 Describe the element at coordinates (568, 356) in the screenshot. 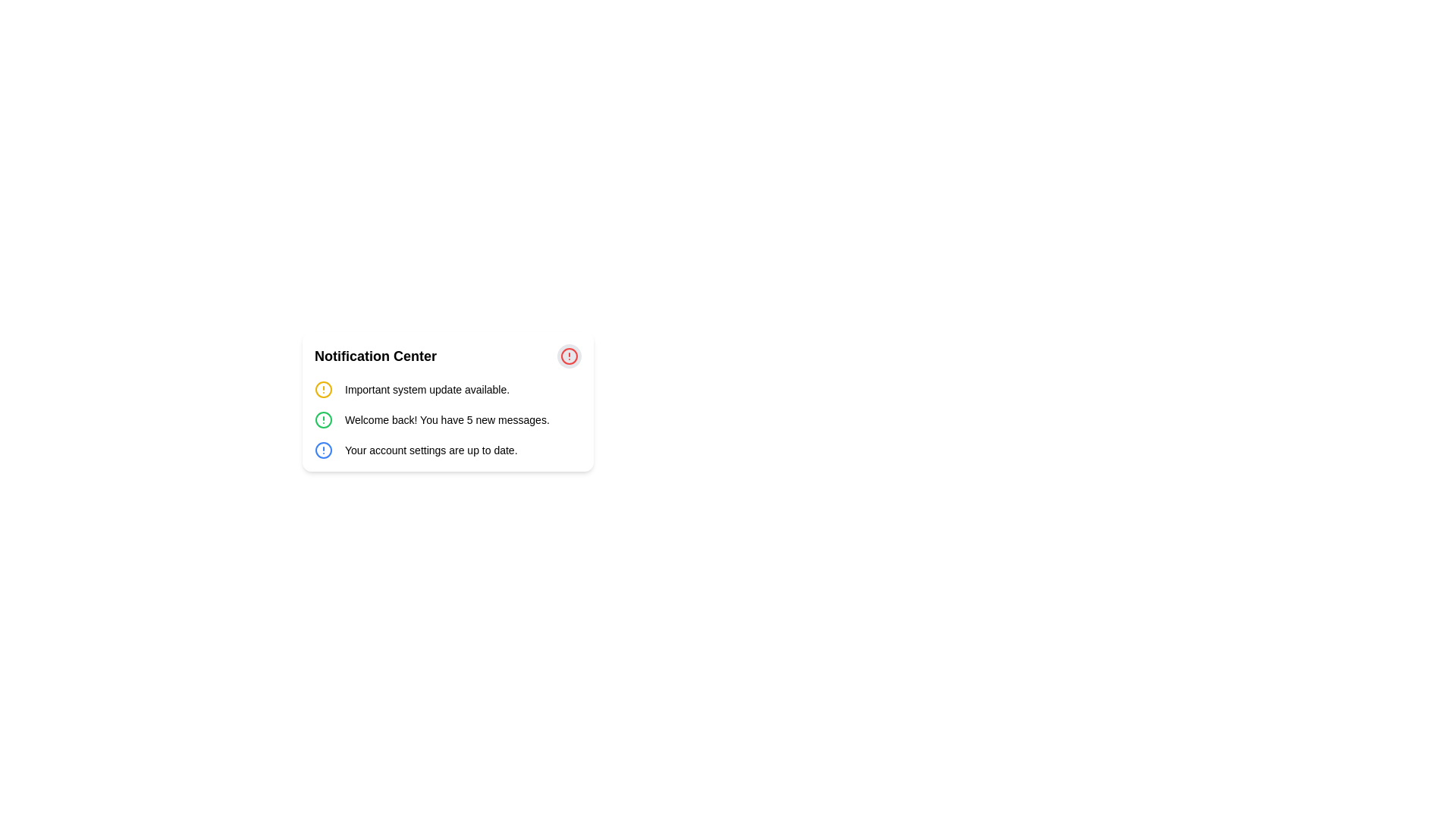

I see `the central circle of the alert icon located at the top-right corner of the Notification Center card, which is part of the 'Important system update available' notification` at that location.